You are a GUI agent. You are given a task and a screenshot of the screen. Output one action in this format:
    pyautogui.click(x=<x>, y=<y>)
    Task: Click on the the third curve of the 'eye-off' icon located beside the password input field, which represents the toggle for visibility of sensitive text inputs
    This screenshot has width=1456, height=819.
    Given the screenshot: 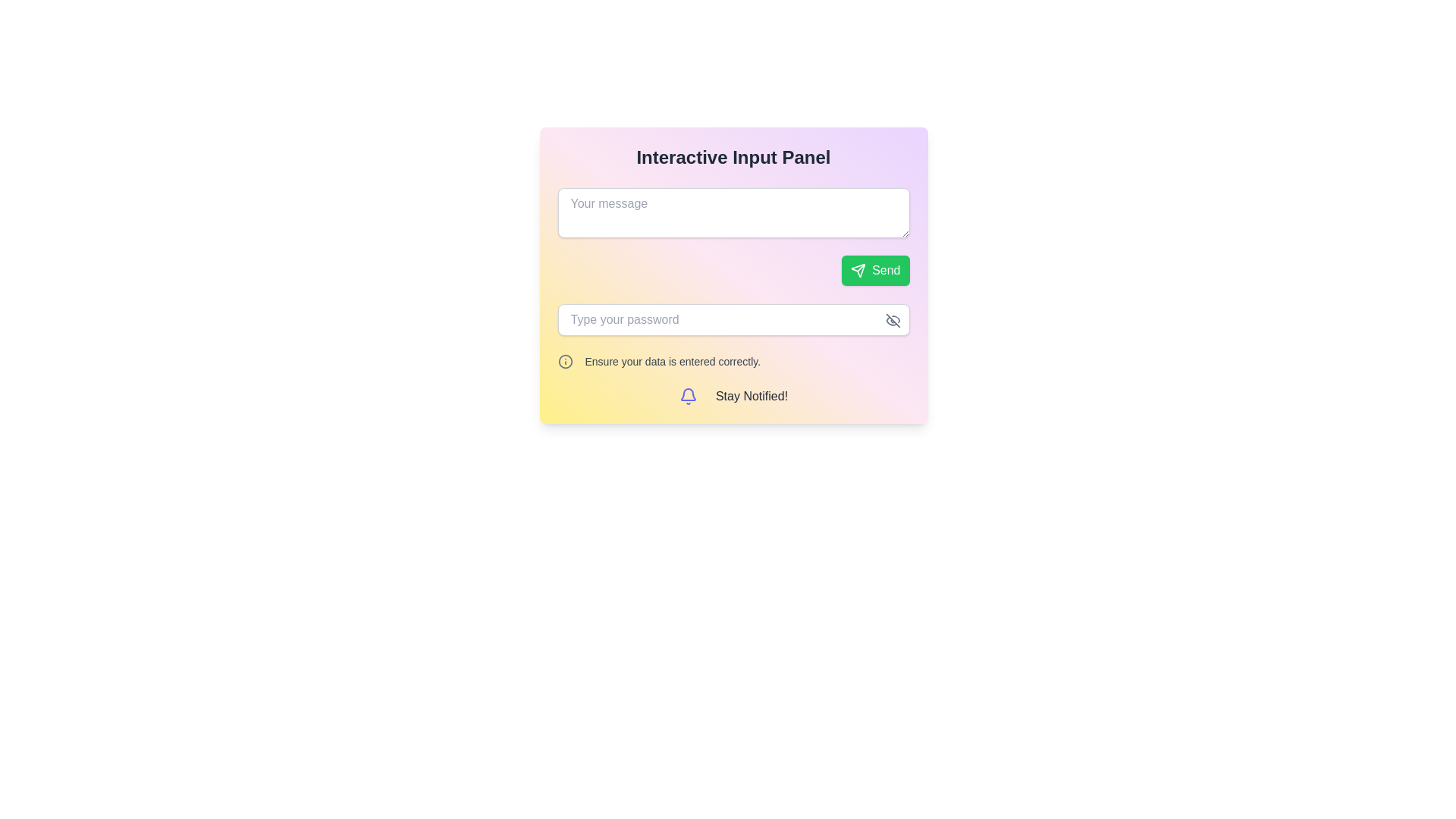 What is the action you would take?
    pyautogui.click(x=891, y=320)
    